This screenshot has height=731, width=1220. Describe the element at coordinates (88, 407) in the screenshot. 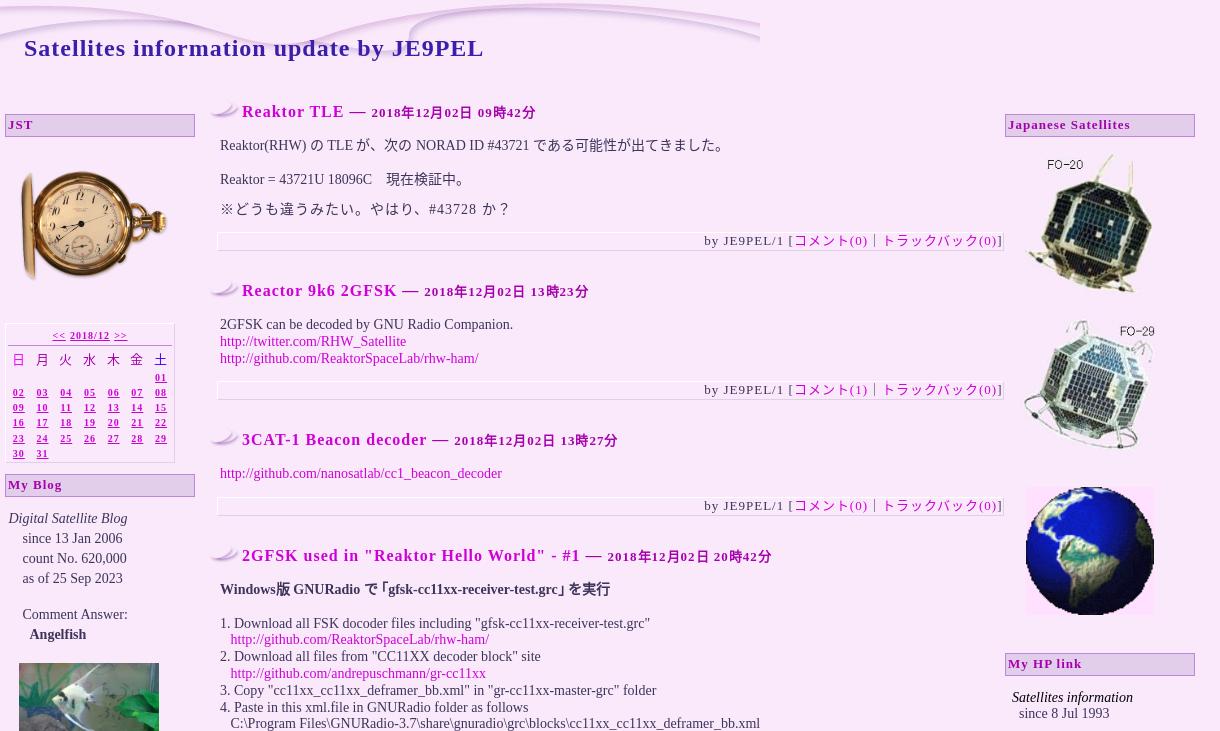

I see `'12'` at that location.